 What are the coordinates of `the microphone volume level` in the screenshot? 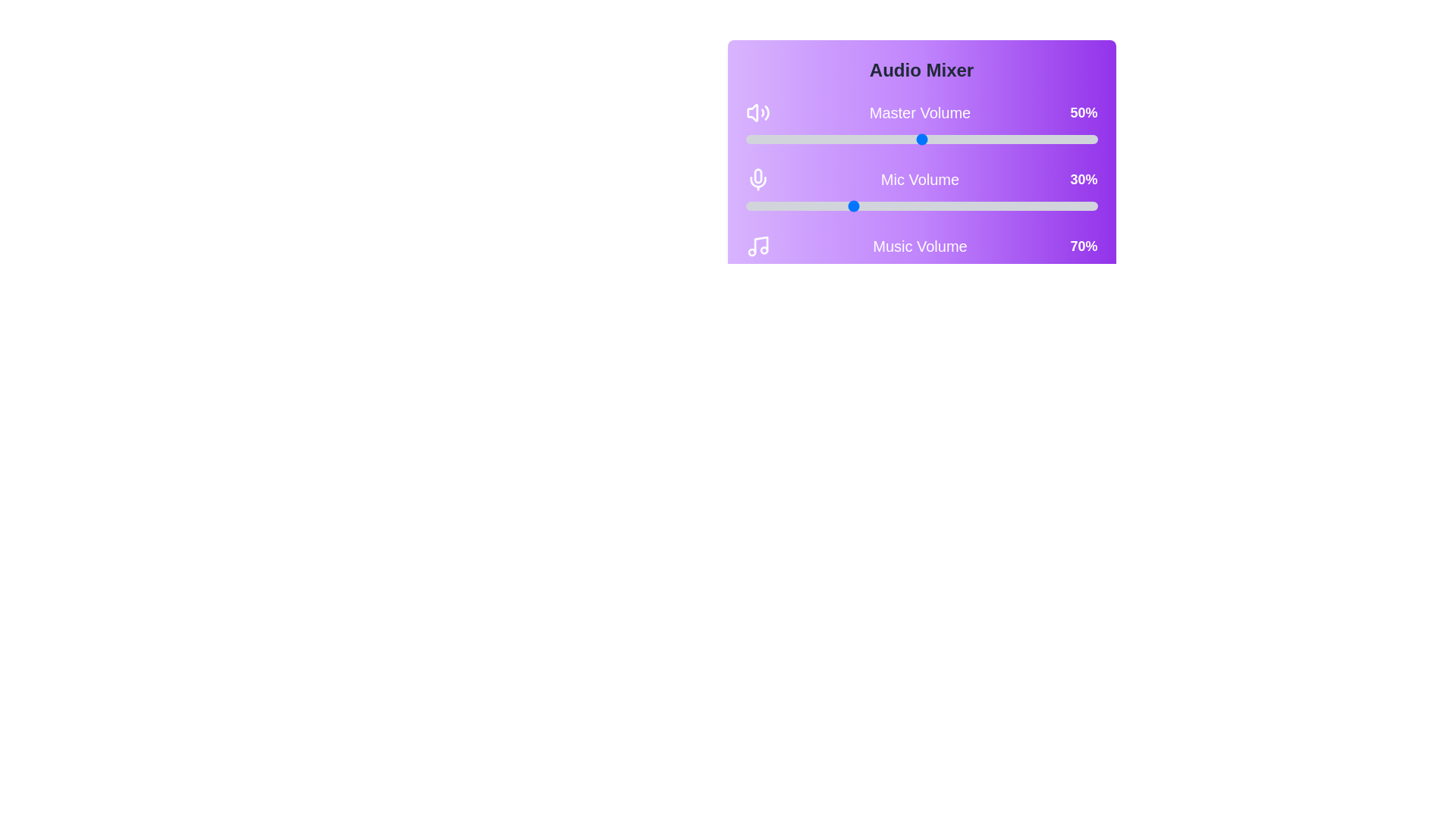 It's located at (826, 206).